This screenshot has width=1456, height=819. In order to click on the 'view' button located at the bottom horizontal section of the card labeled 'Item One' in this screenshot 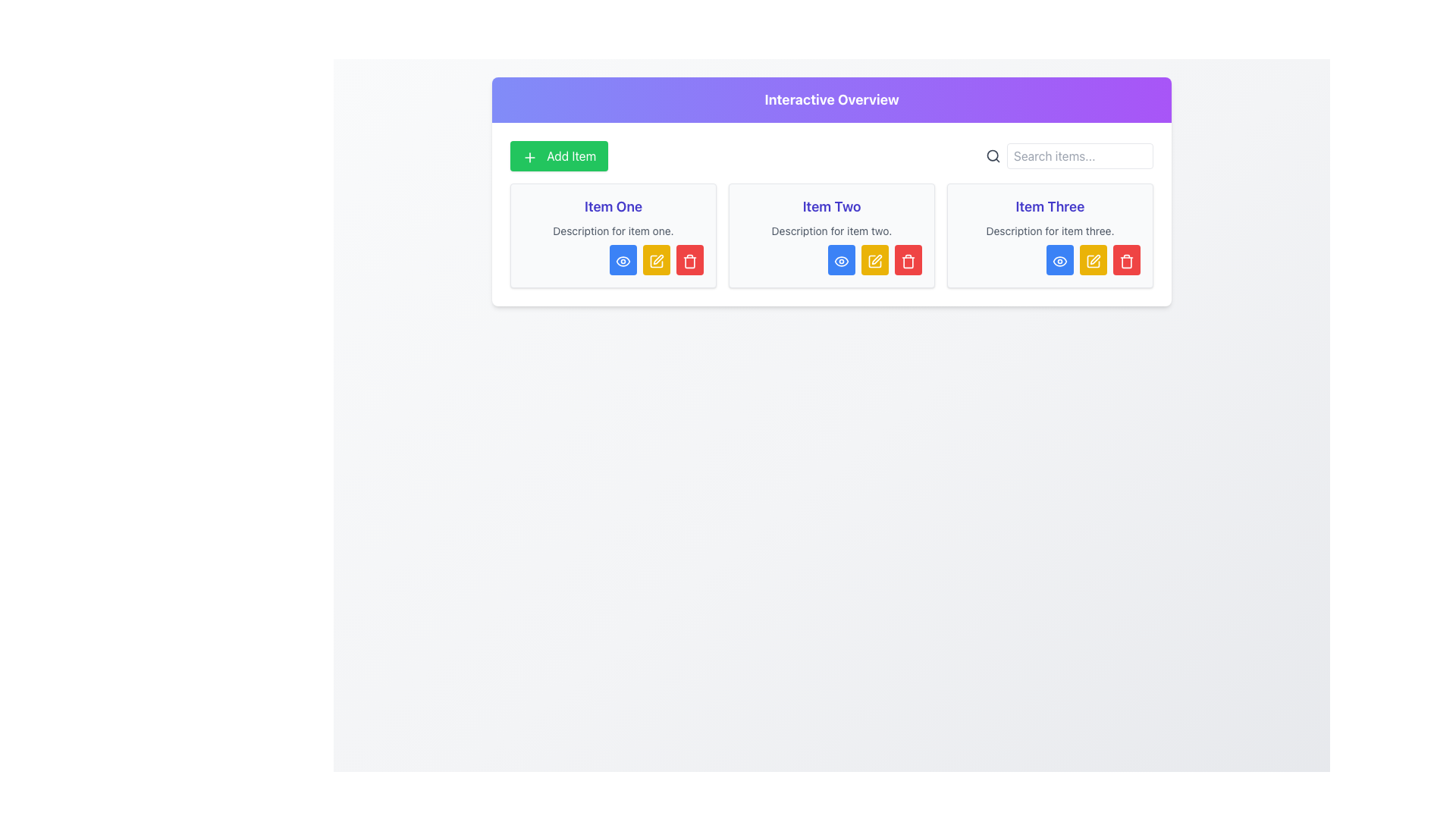, I will do `click(613, 259)`.